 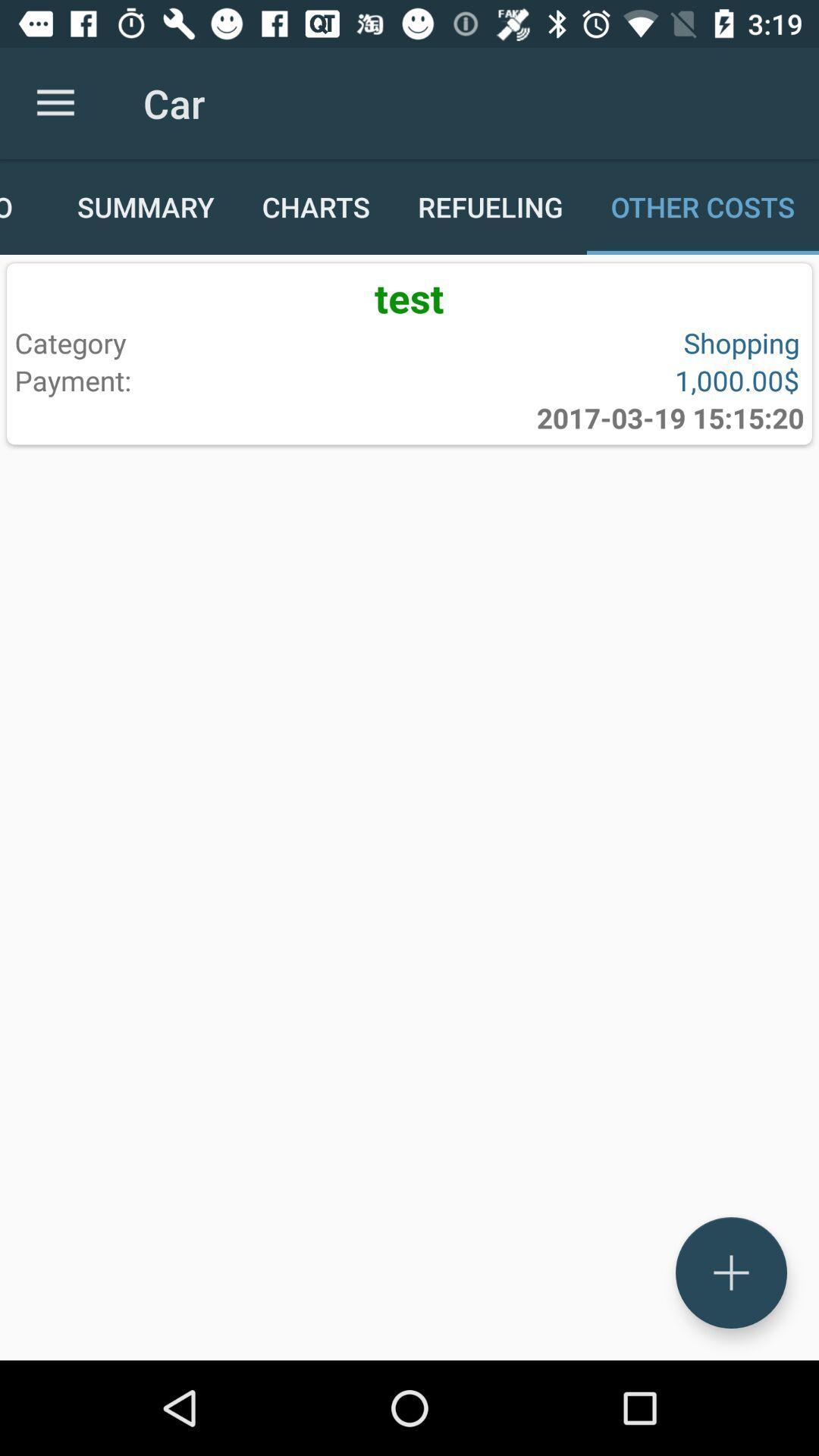 What do you see at coordinates (209, 342) in the screenshot?
I see `item below the test item` at bounding box center [209, 342].